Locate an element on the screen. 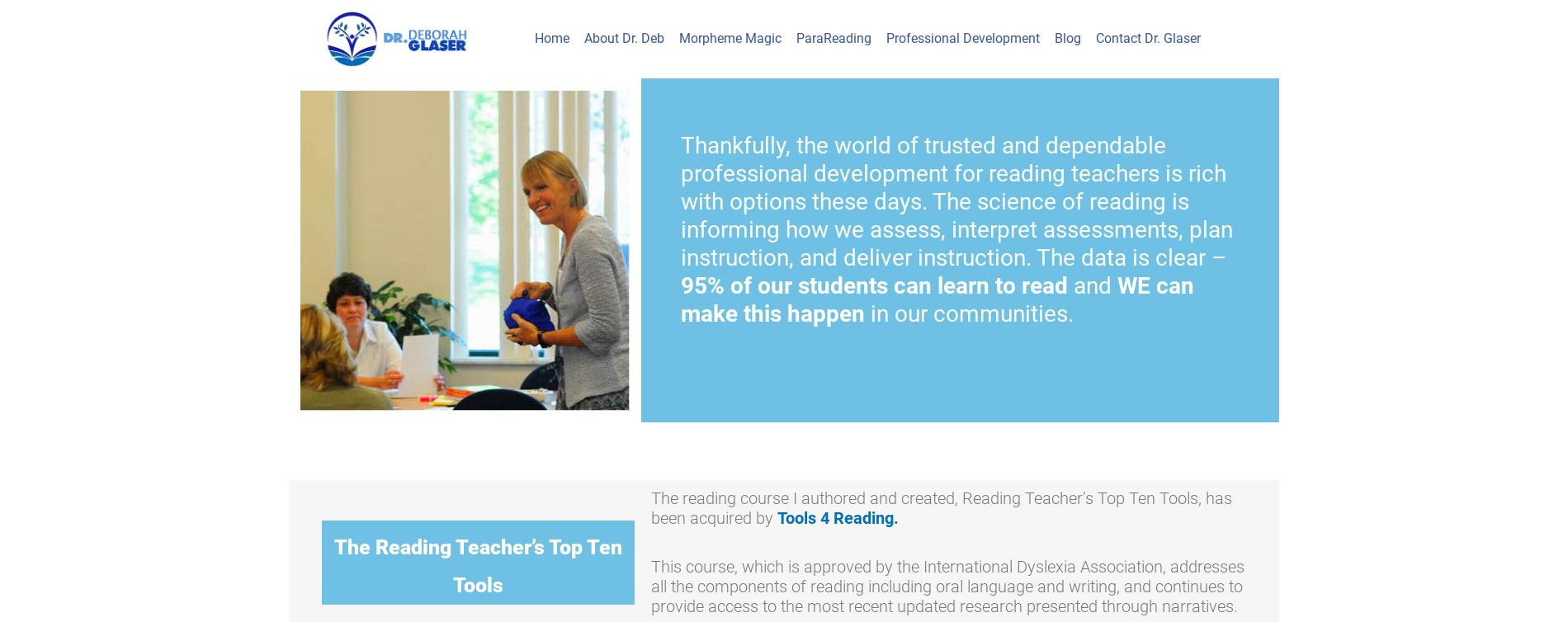  'Contact Dr. Glaser' is located at coordinates (1093, 38).